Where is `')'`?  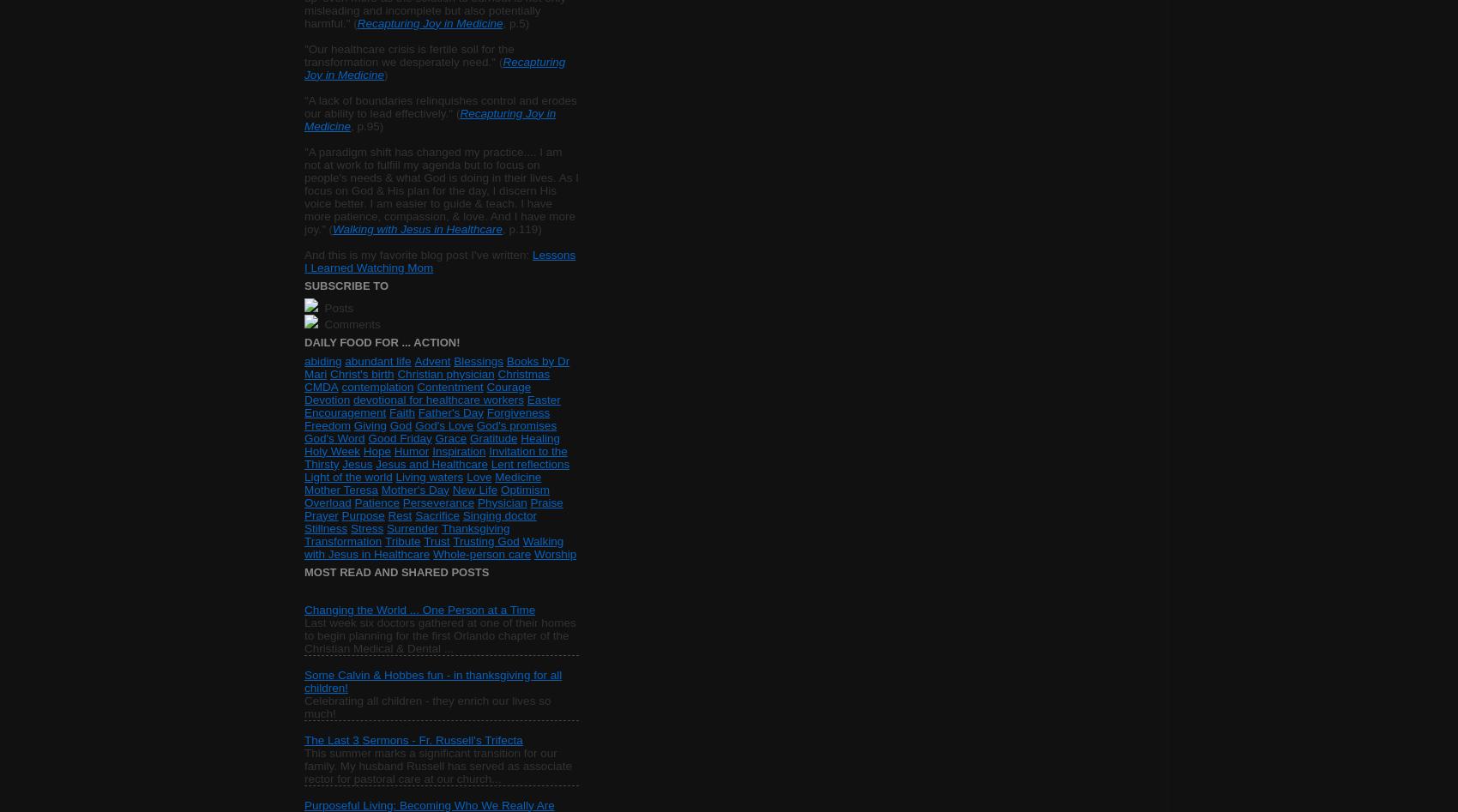 ')' is located at coordinates (385, 74).